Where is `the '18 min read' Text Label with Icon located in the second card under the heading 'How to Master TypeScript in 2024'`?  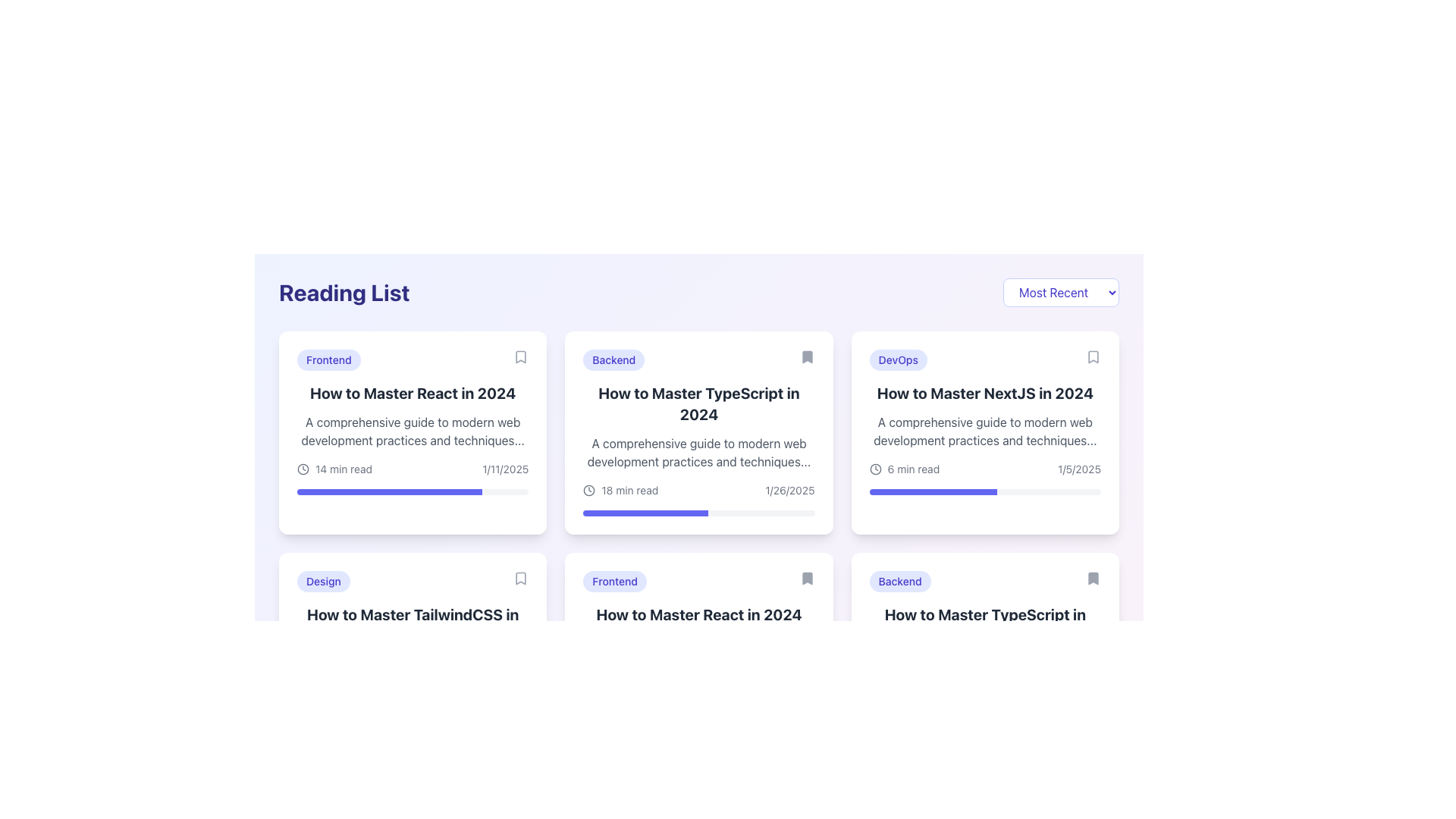
the '18 min read' Text Label with Icon located in the second card under the heading 'How to Master TypeScript in 2024' is located at coordinates (620, 491).